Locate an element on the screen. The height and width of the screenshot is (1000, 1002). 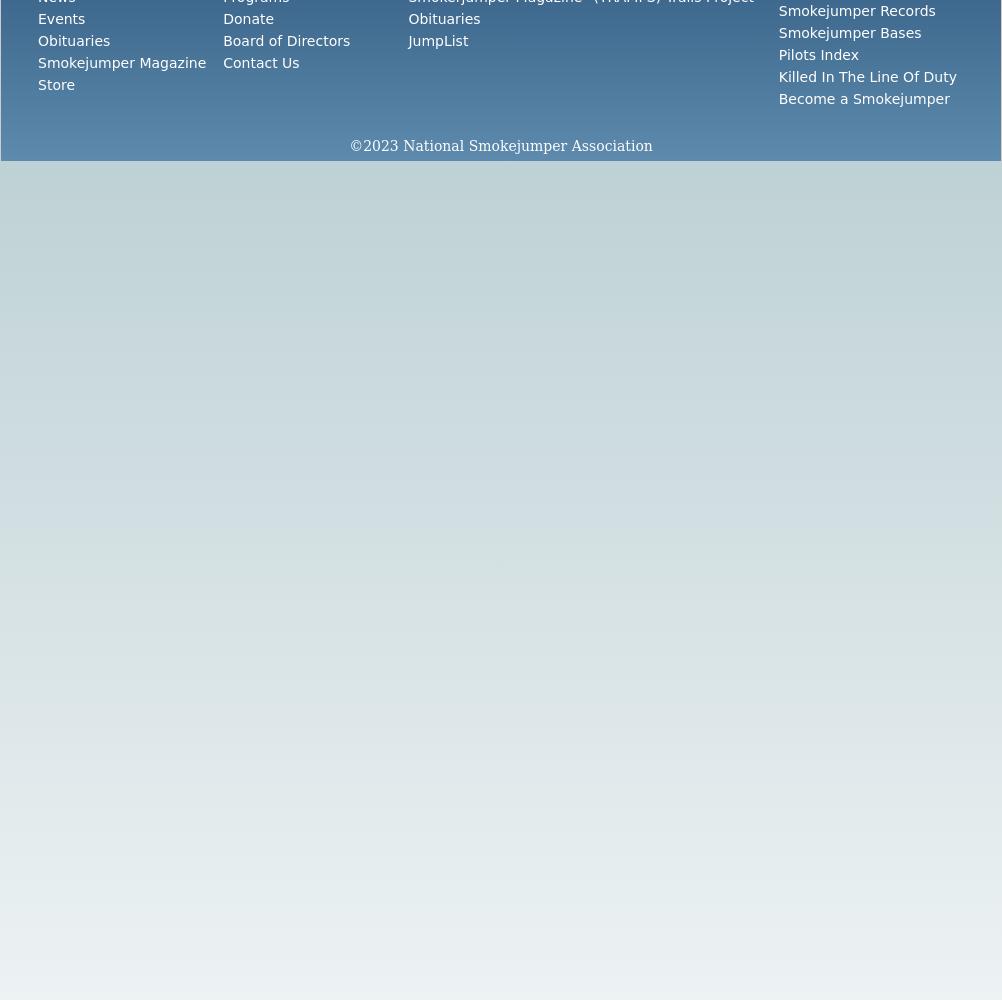
'Contact Us' is located at coordinates (260, 62).